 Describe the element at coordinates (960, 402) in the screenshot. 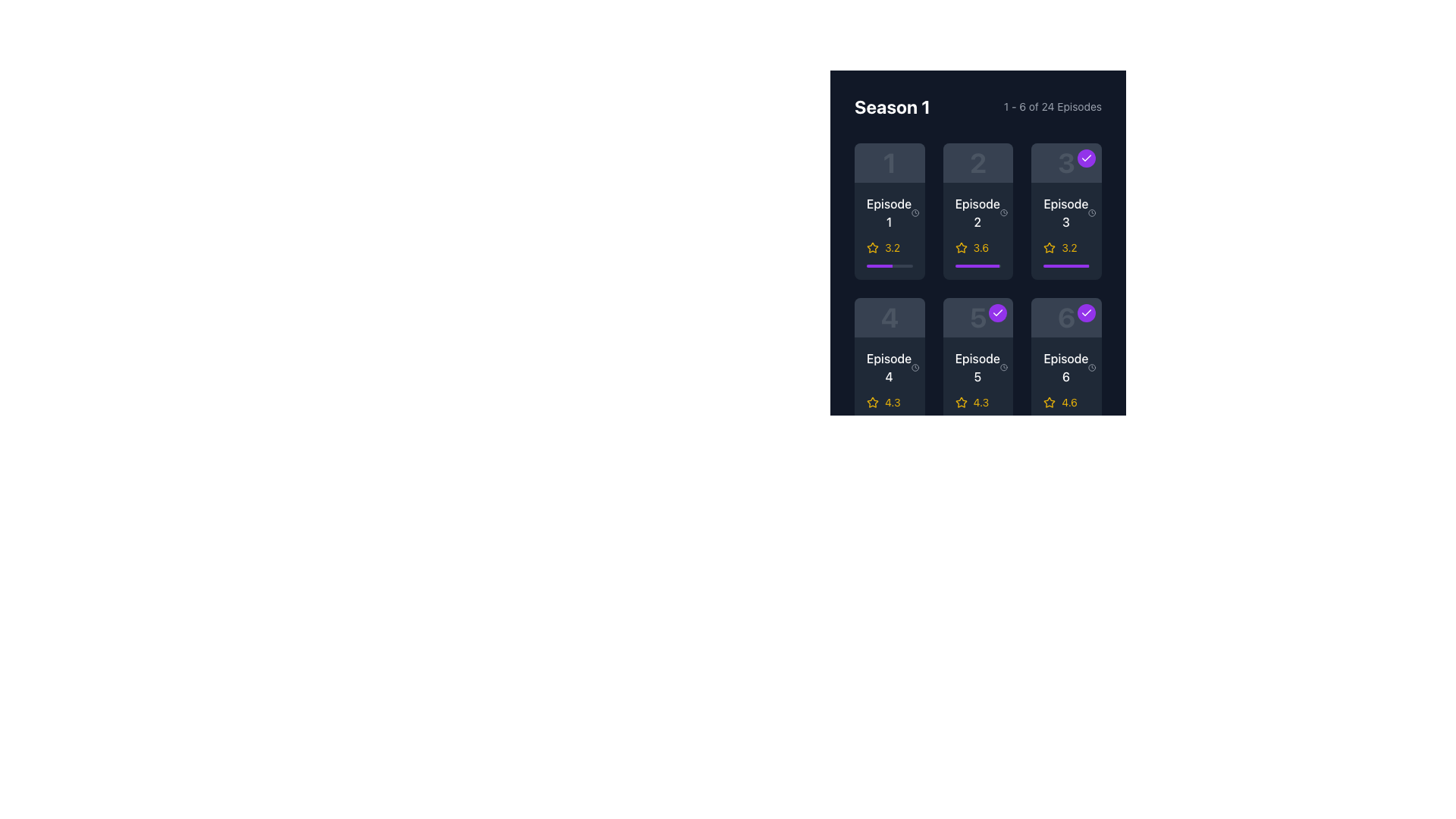

I see `the bright yellow star-shaped icon representing the rating system to the left of the number '4.3' in the Episode 5 card of Season 1` at that location.